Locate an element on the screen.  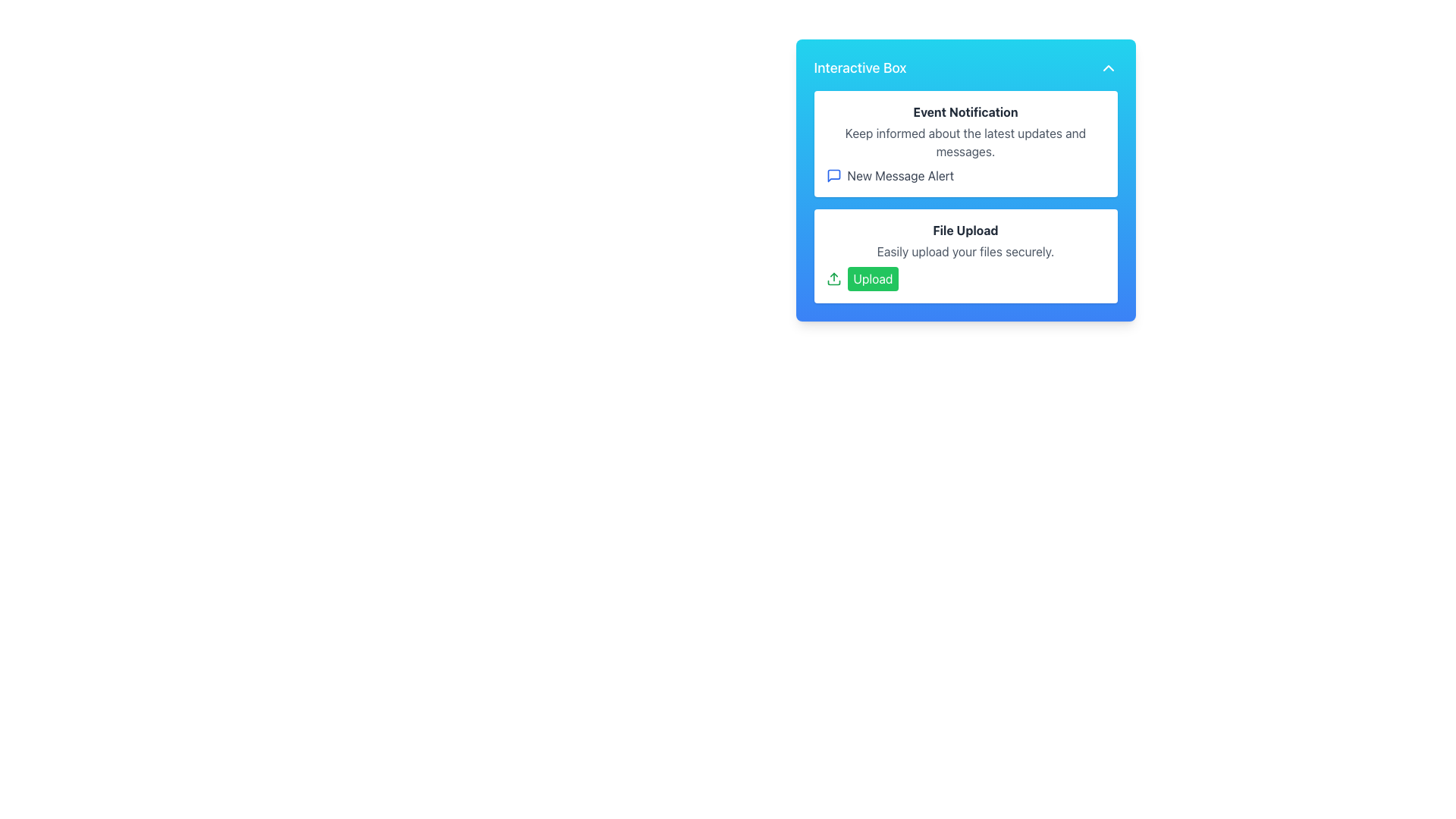
the Informational Card labeled 'Event Notification' which features a bold header and a text link 'New Message Alert' at the bottom is located at coordinates (965, 143).